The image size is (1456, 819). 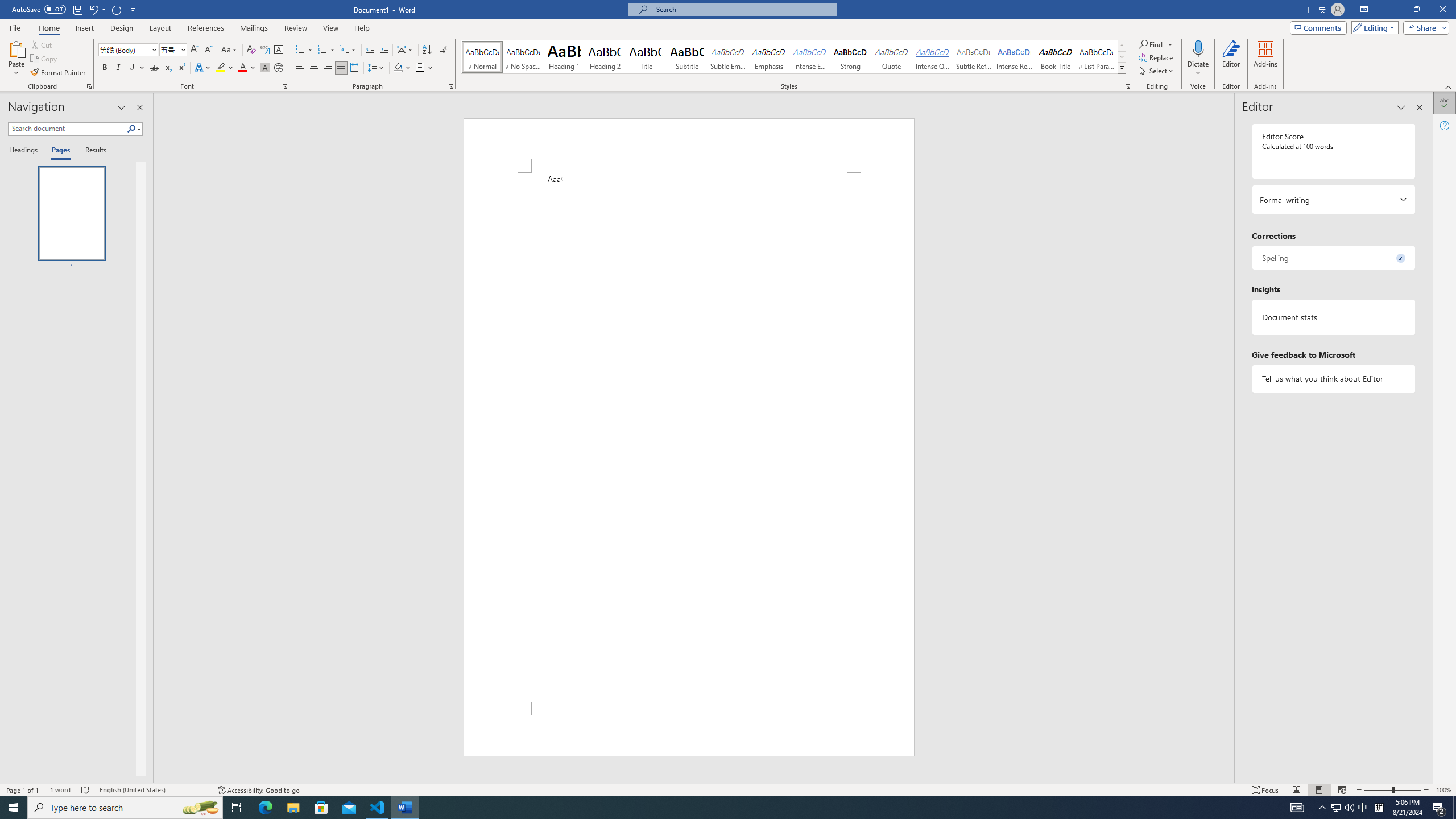 What do you see at coordinates (1265, 790) in the screenshot?
I see `'Focus '` at bounding box center [1265, 790].